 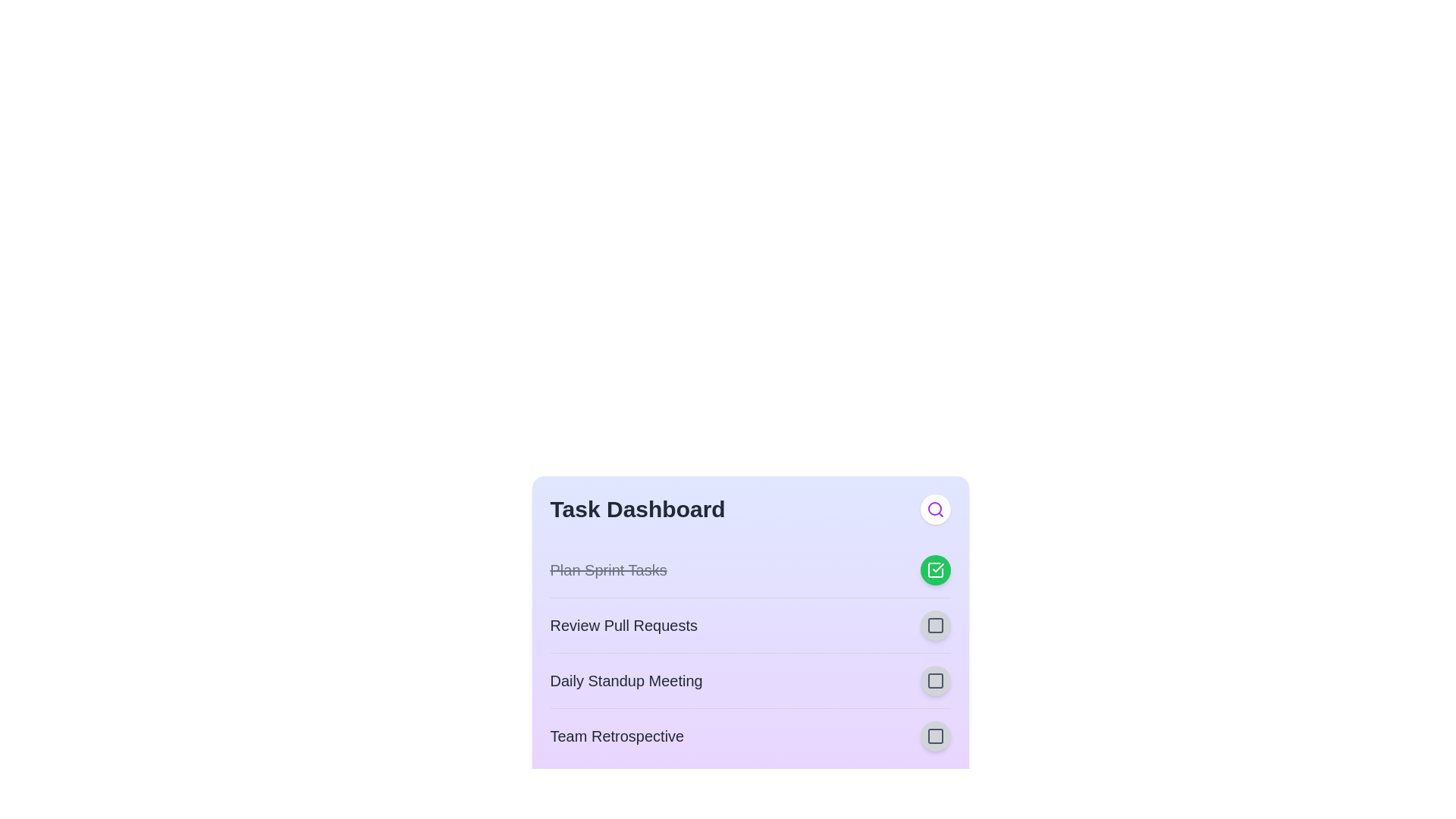 What do you see at coordinates (626, 680) in the screenshot?
I see `the task title 'Daily Standup Meeting' to focus or select the text` at bounding box center [626, 680].